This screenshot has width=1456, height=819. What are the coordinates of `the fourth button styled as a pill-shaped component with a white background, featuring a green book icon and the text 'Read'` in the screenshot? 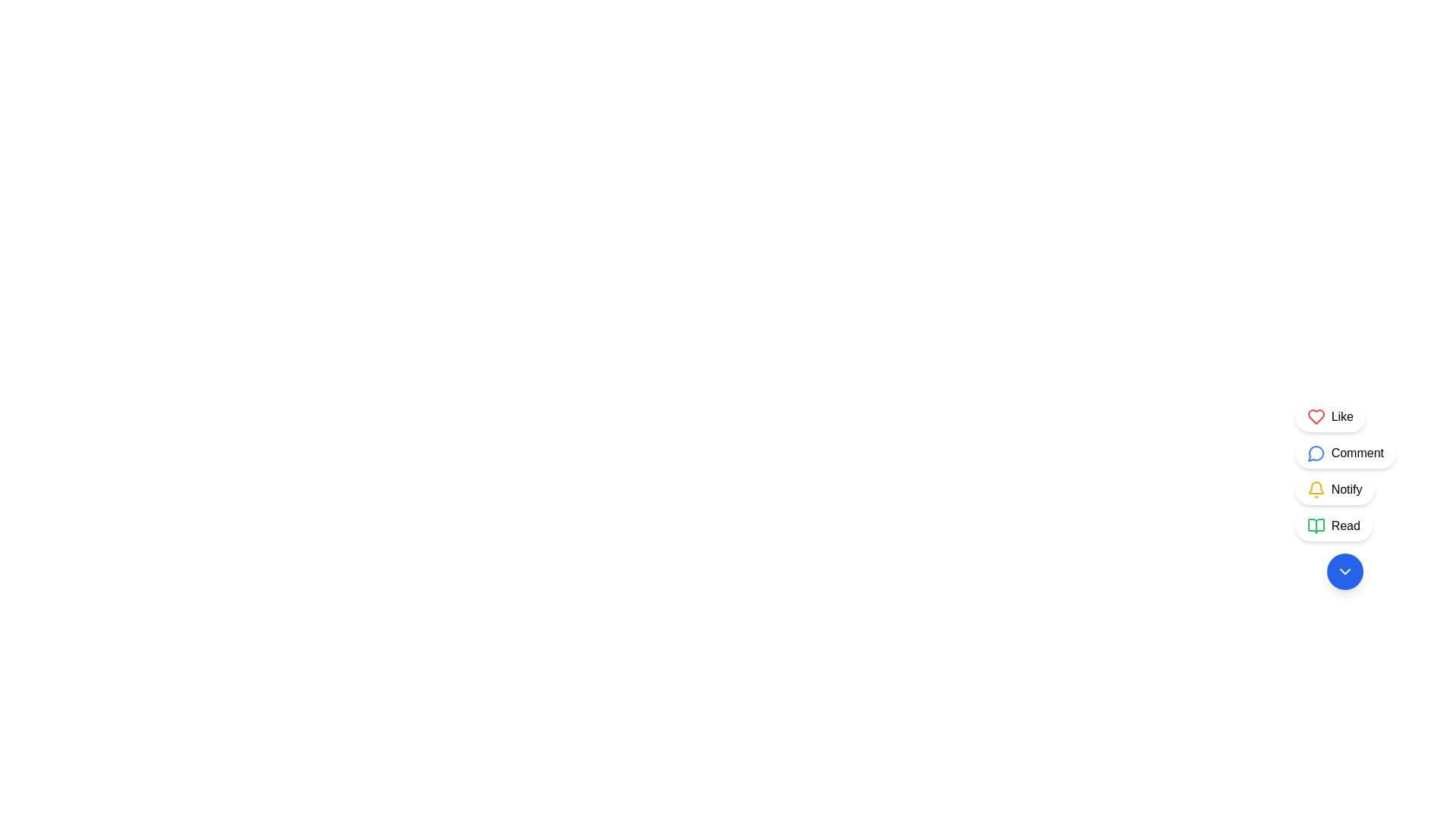 It's located at (1332, 526).